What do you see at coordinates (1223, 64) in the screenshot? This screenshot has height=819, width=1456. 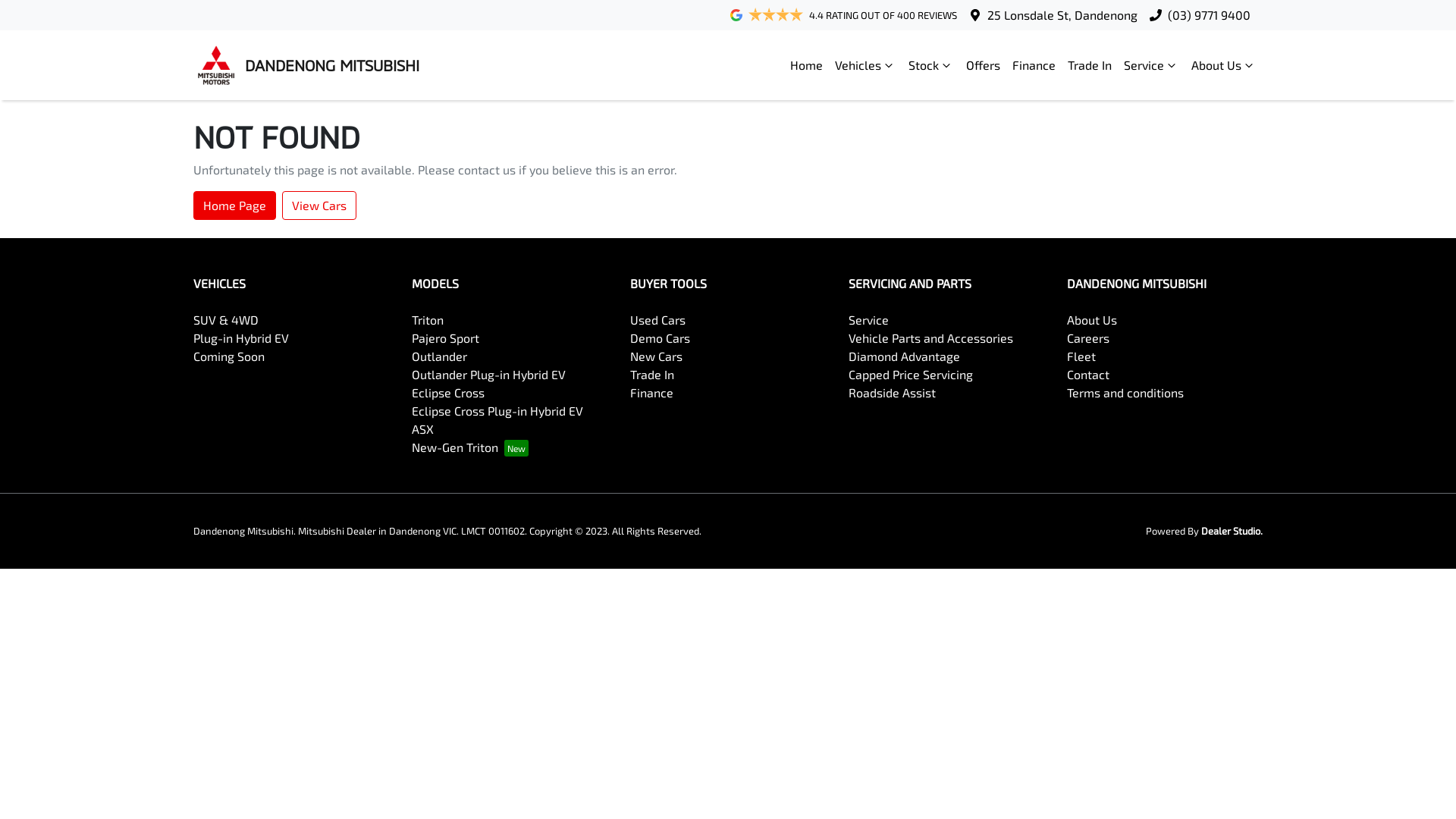 I see `'About Us'` at bounding box center [1223, 64].